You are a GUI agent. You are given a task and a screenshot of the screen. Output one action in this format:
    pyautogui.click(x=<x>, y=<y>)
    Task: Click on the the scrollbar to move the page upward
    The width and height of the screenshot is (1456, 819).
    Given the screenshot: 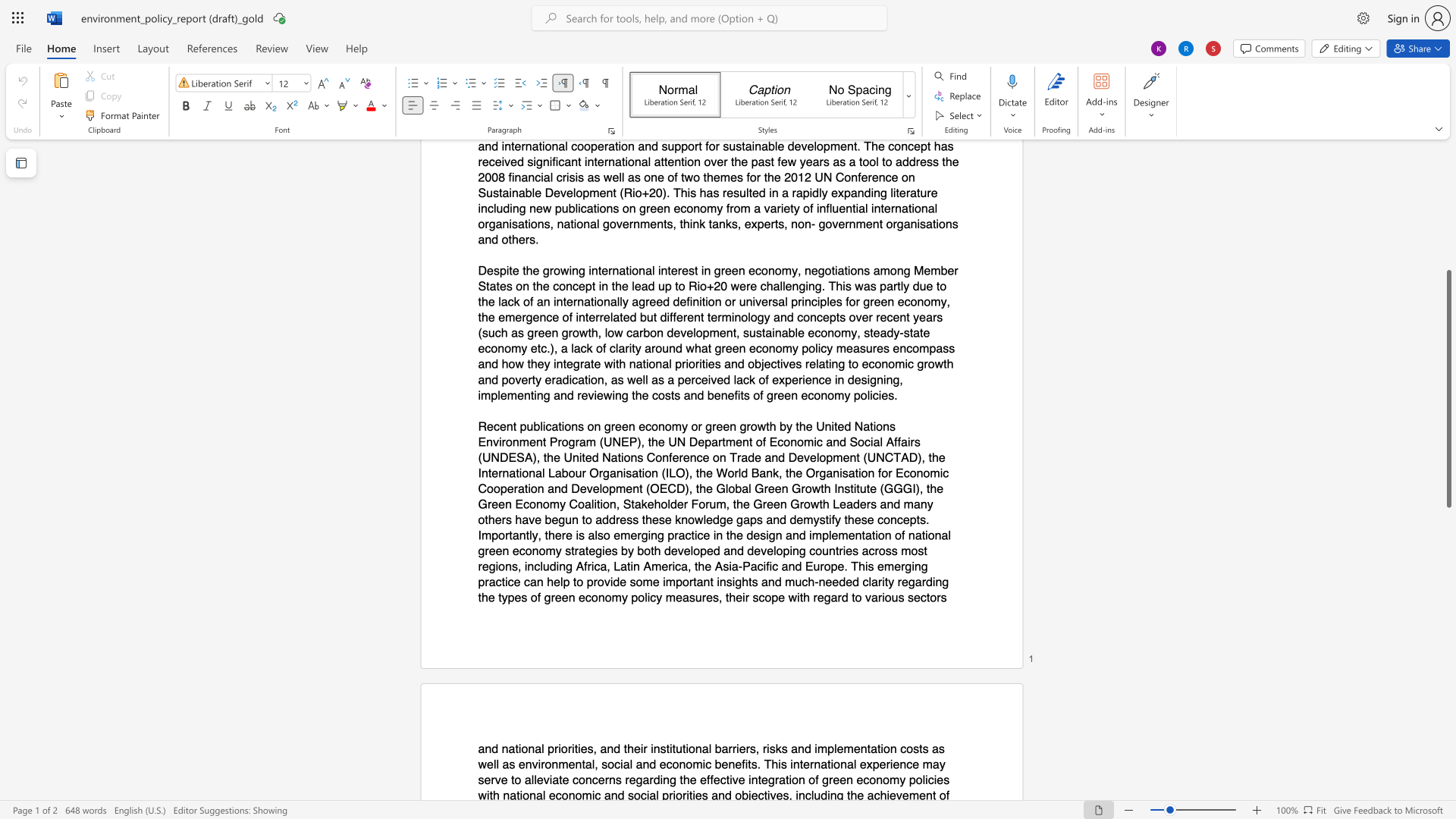 What is the action you would take?
    pyautogui.click(x=1448, y=234)
    